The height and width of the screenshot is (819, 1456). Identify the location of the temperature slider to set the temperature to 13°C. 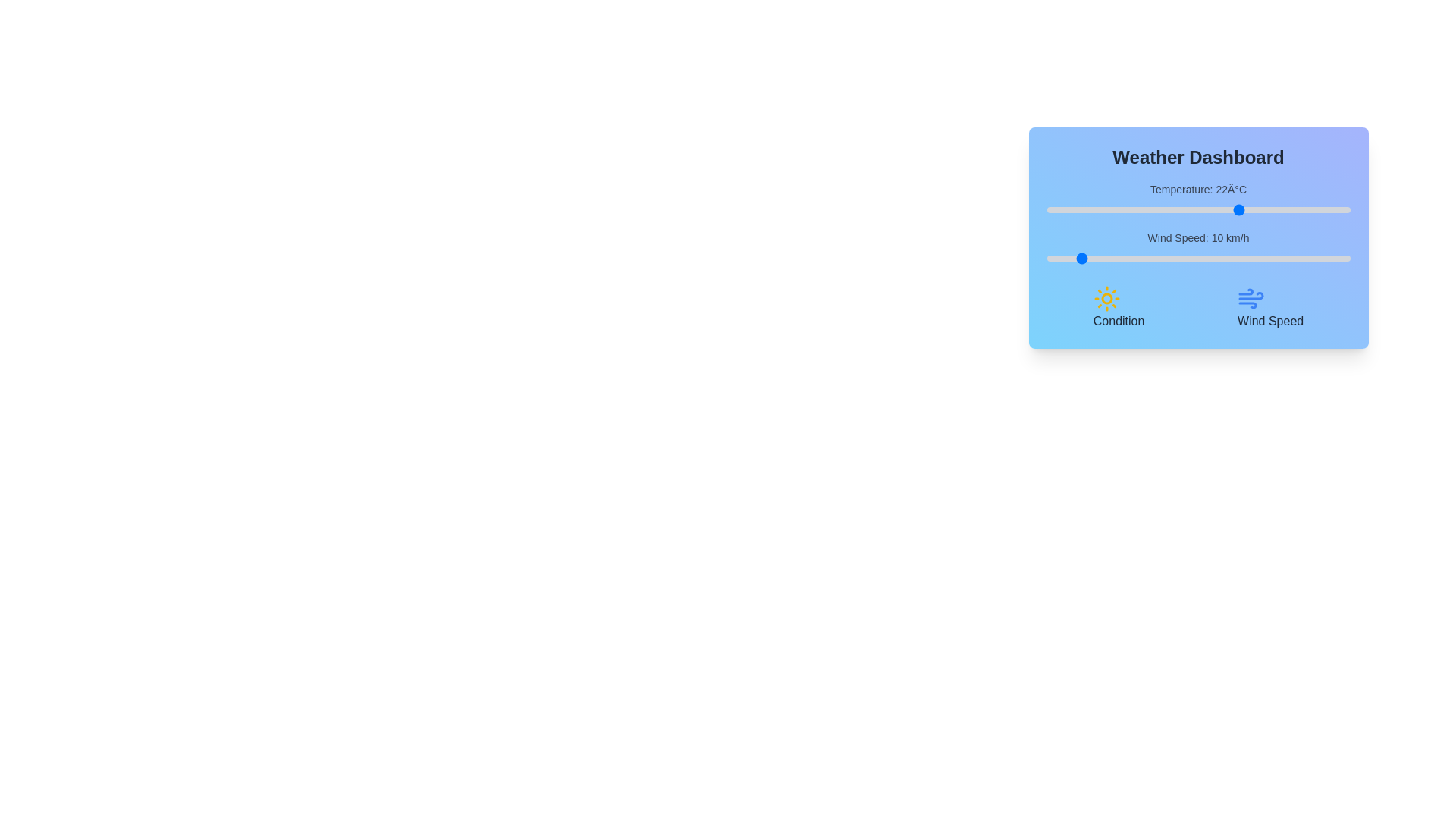
(1185, 210).